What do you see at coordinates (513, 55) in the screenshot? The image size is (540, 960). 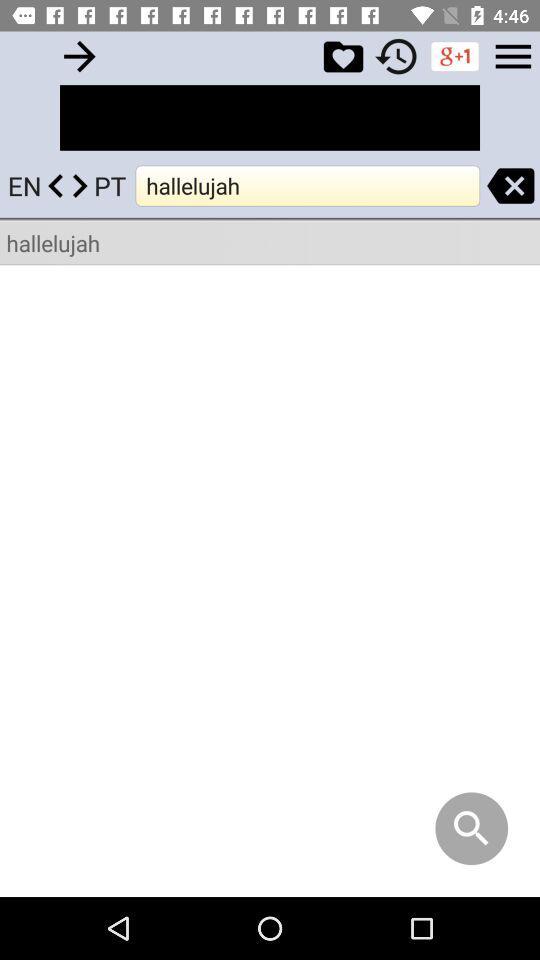 I see `menu bar button` at bounding box center [513, 55].